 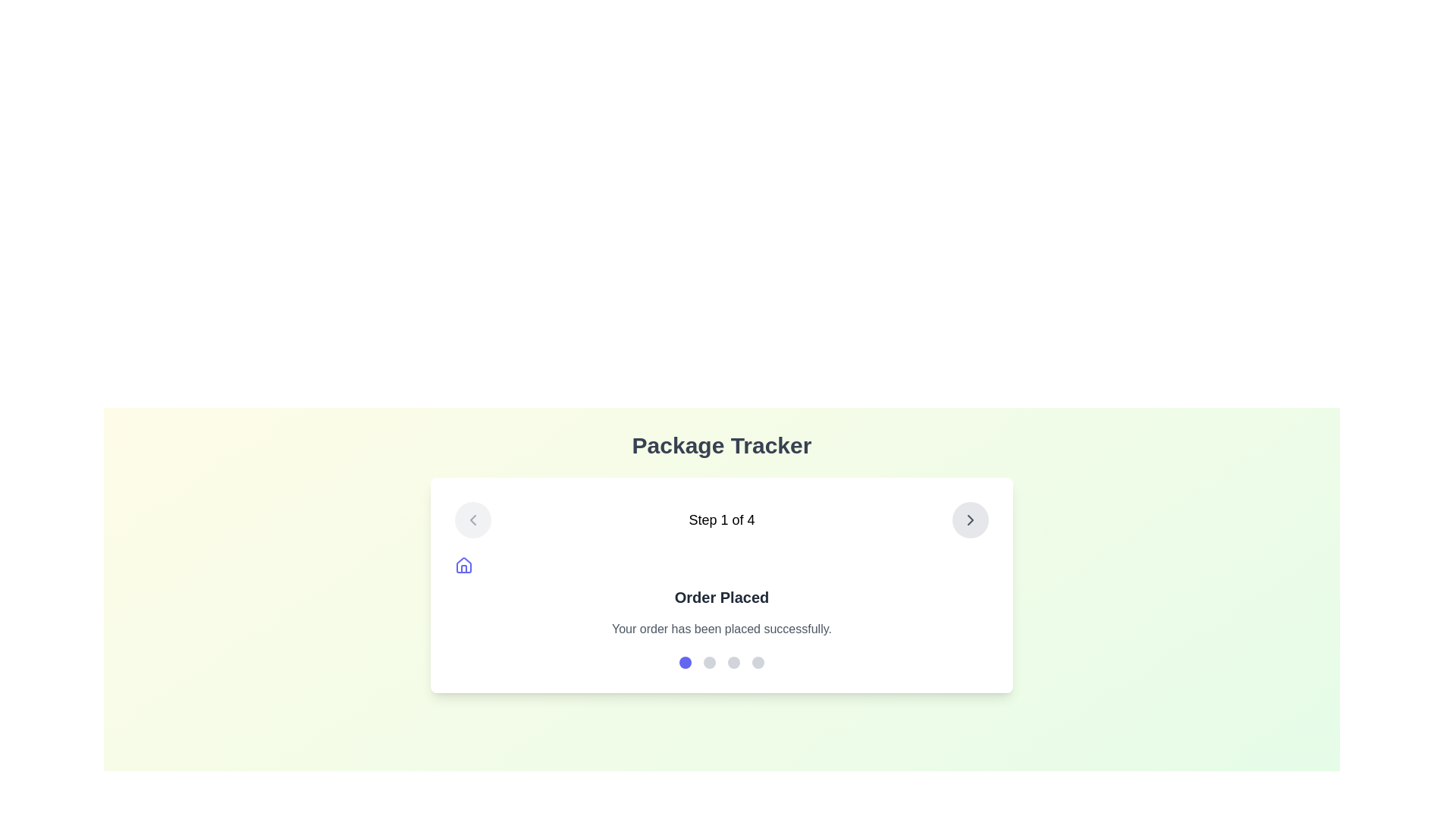 What do you see at coordinates (720, 519) in the screenshot?
I see `the 'Step 1 of 4' text label, which indicates the user's progress in a multi-step process, located centrally within the dialog box` at bounding box center [720, 519].